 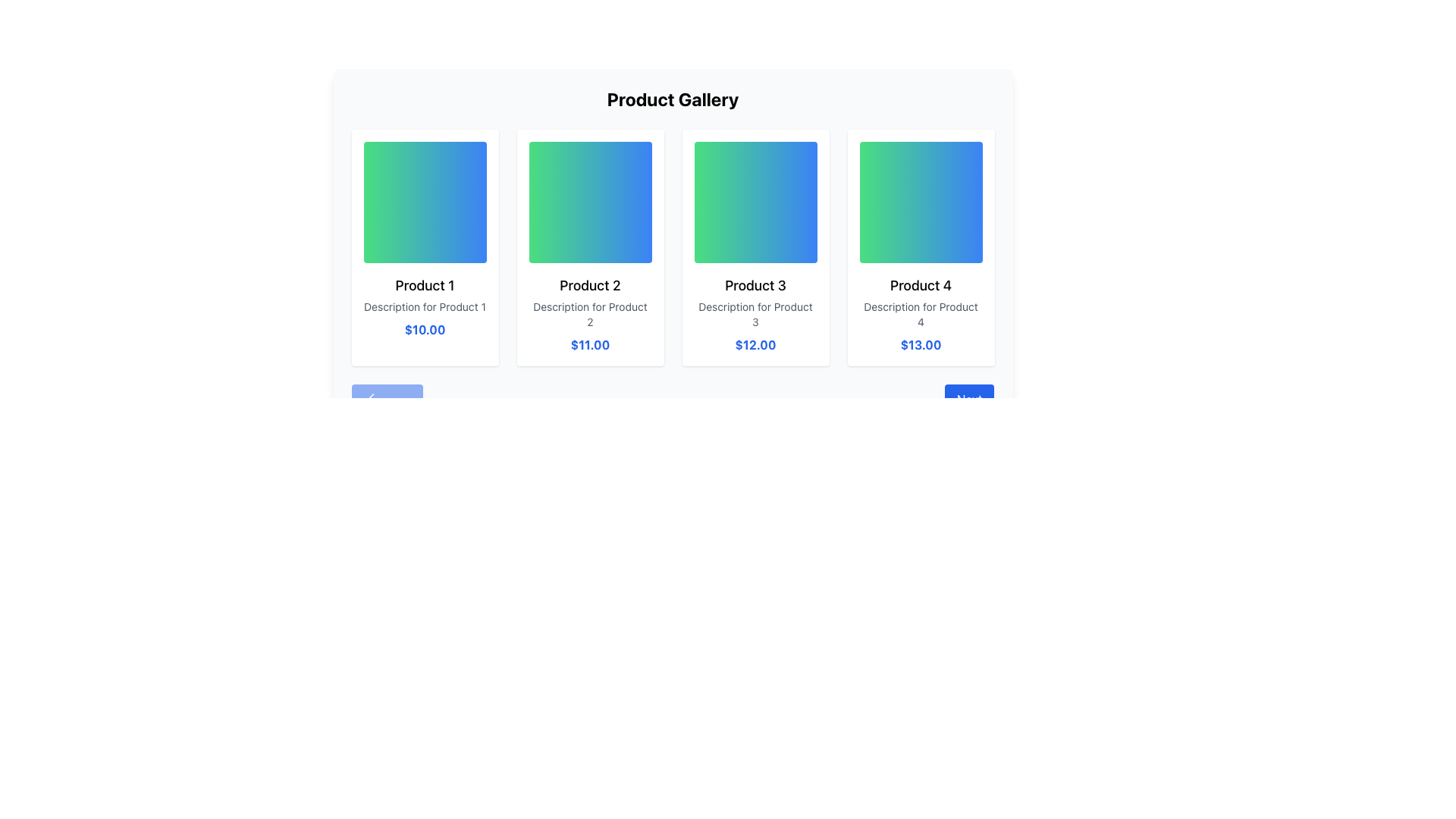 I want to click on text label that displays 'Description for Product 4', which is located in the fourth card of the product gallery, directly below the title 'Product 4', so click(x=920, y=314).